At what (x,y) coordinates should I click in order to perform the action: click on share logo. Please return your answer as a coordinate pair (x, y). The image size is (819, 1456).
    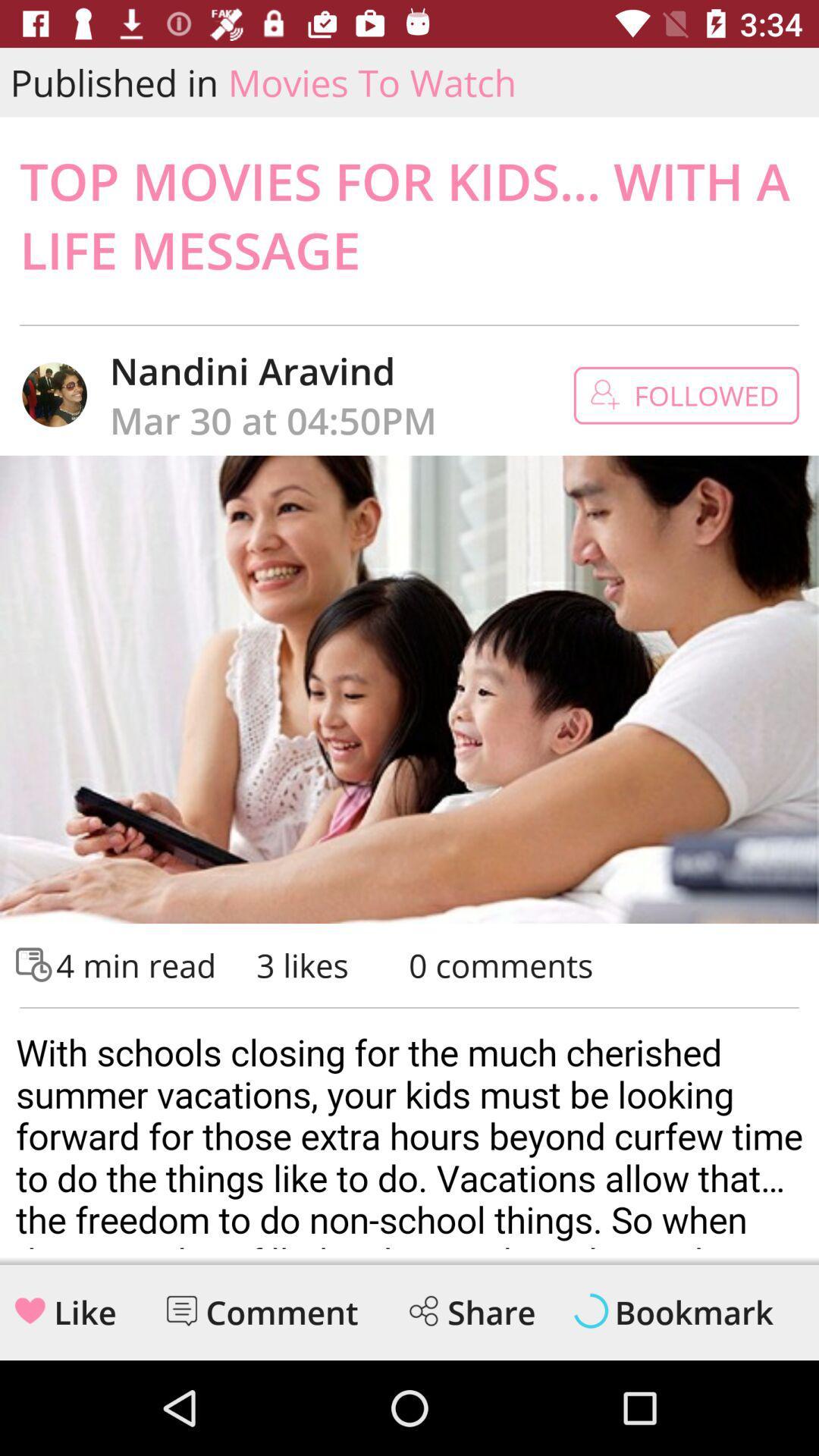
    Looking at the image, I should click on (423, 1310).